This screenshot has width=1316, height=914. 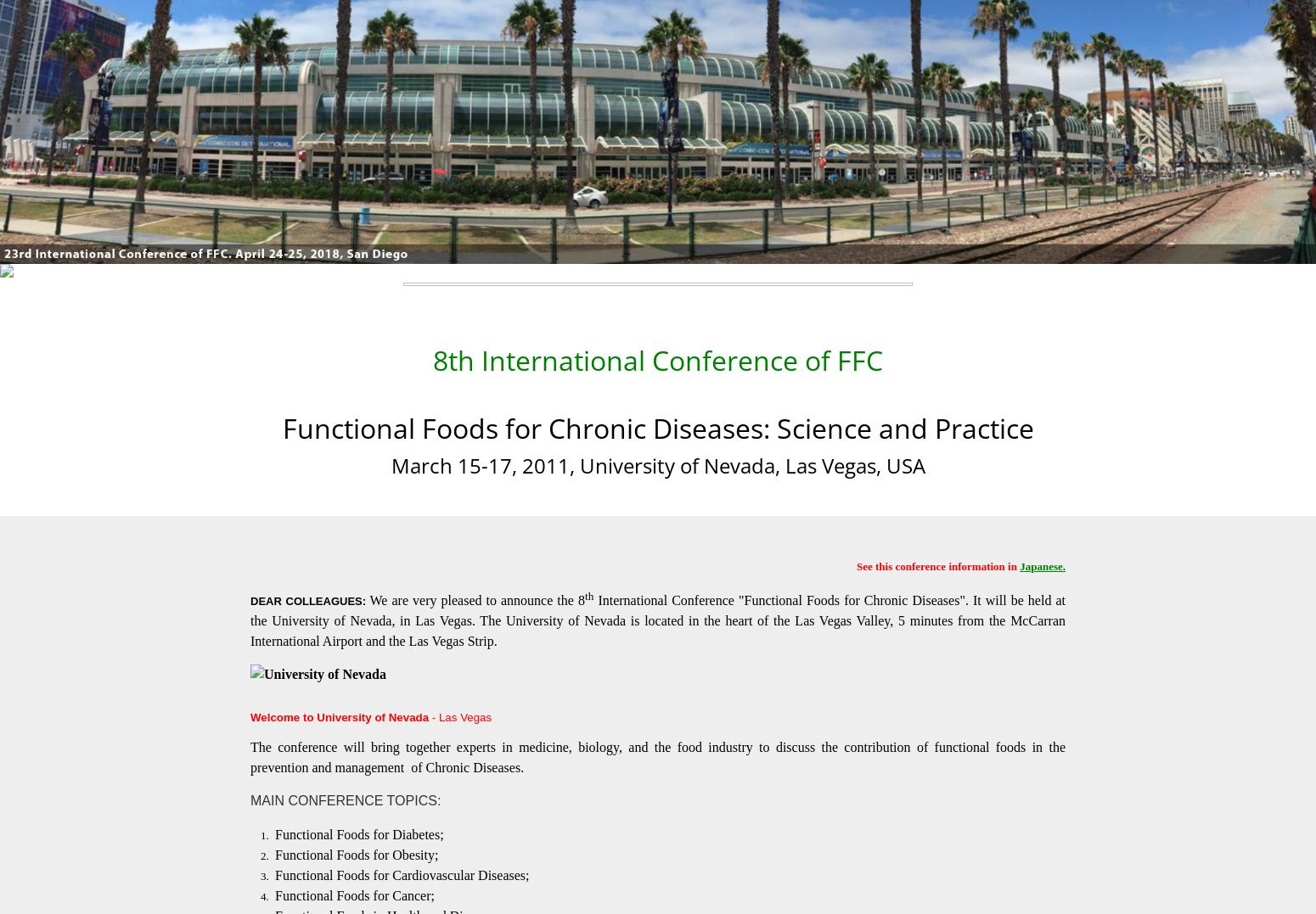 What do you see at coordinates (346, 799) in the screenshot?
I see `'MAIN CONFERENCE TOPICS:'` at bounding box center [346, 799].